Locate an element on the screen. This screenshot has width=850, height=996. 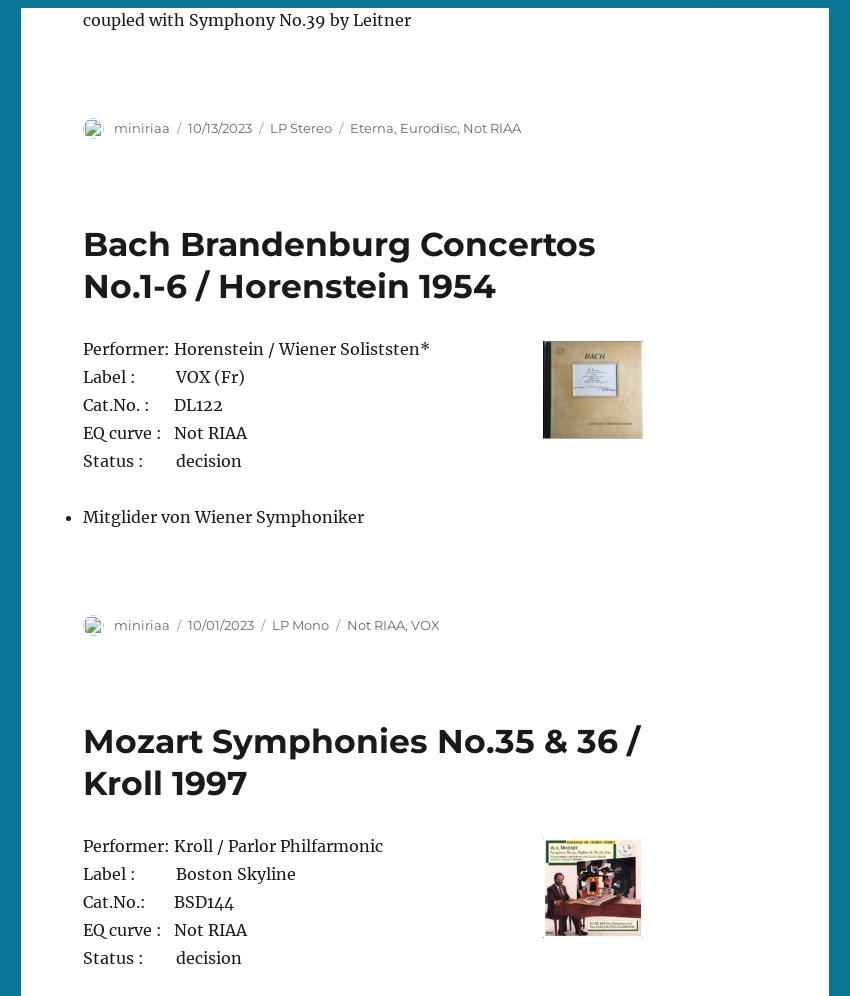
'Mitglider von Wiener Symphoniker' is located at coordinates (223, 516).